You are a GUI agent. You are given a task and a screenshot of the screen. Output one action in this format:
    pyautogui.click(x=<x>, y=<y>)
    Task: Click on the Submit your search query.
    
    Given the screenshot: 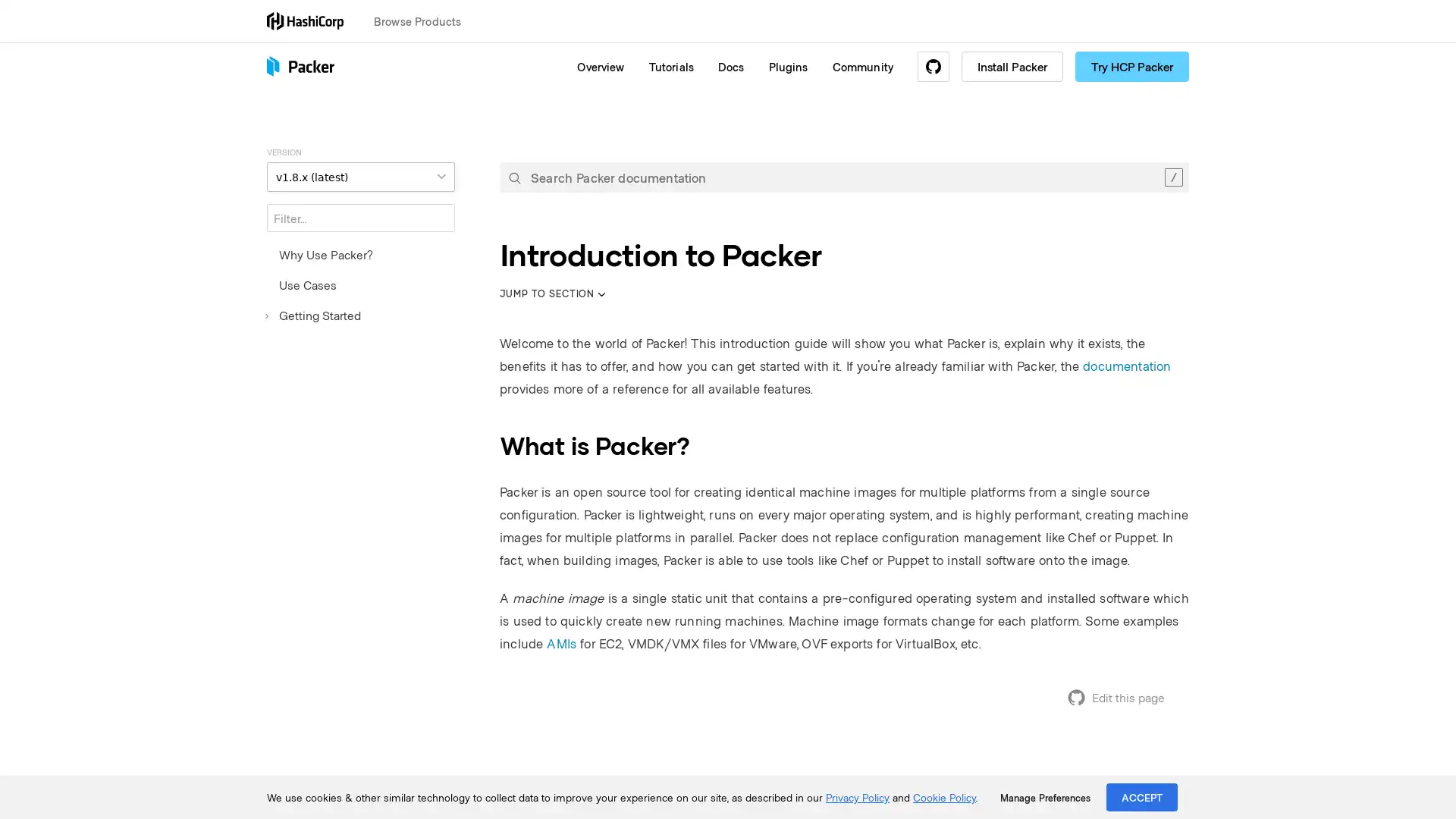 What is the action you would take?
    pyautogui.click(x=514, y=177)
    